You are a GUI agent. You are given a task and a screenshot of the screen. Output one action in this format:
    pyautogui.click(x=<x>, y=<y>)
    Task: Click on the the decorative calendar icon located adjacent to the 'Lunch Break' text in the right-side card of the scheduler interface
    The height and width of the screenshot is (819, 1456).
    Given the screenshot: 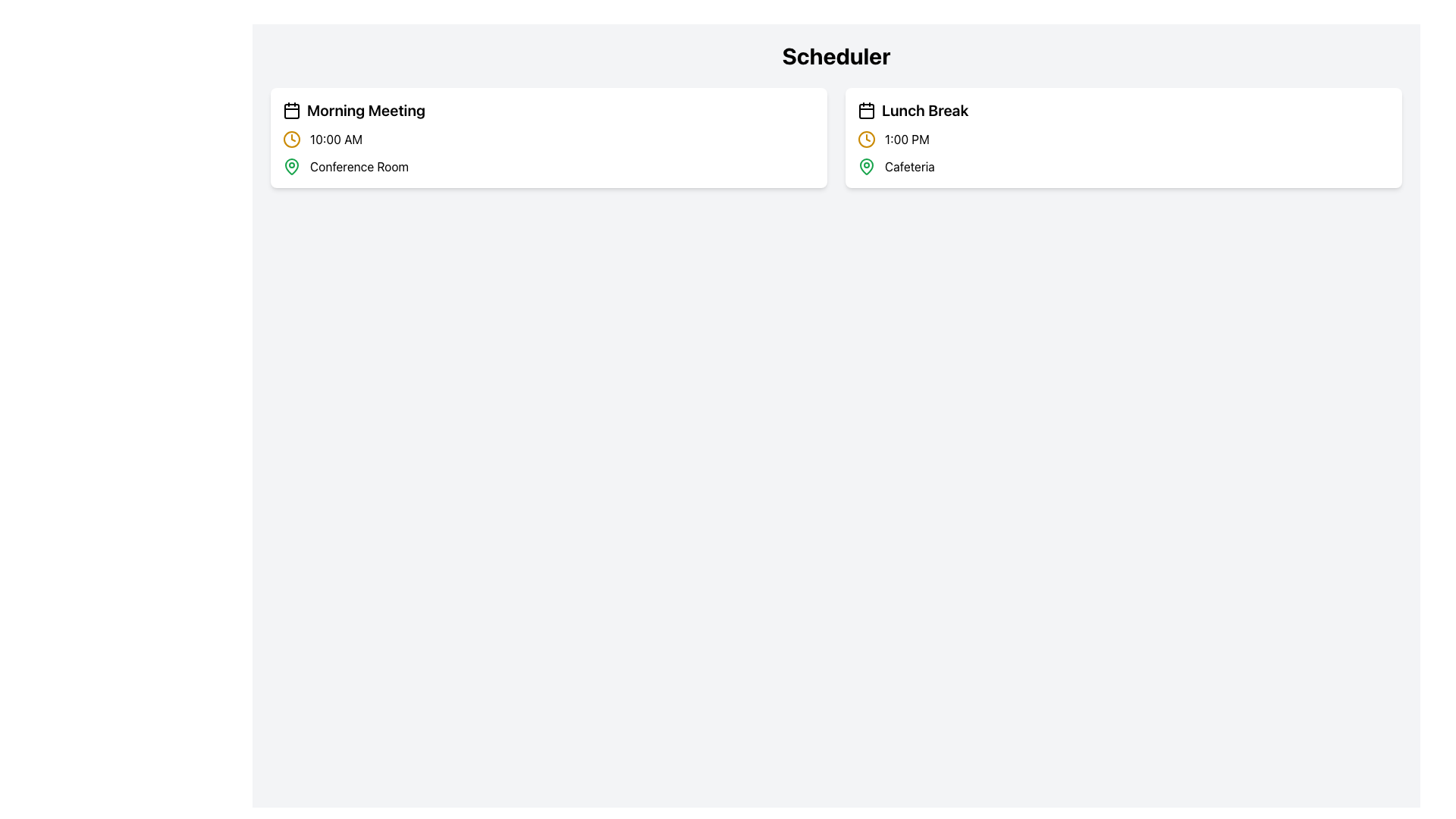 What is the action you would take?
    pyautogui.click(x=866, y=110)
    